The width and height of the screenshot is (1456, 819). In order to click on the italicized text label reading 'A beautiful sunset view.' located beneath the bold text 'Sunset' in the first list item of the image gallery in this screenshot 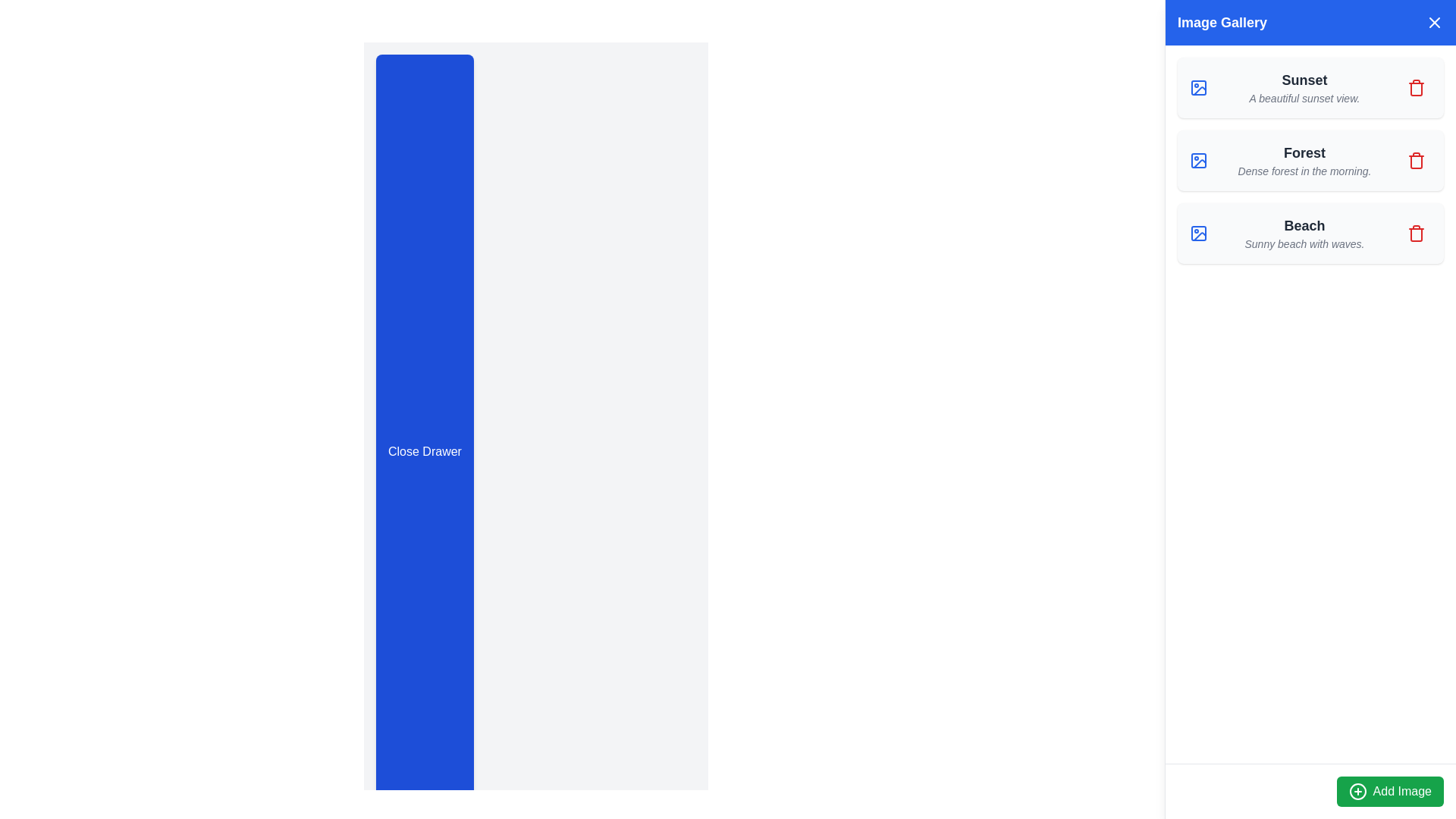, I will do `click(1304, 99)`.